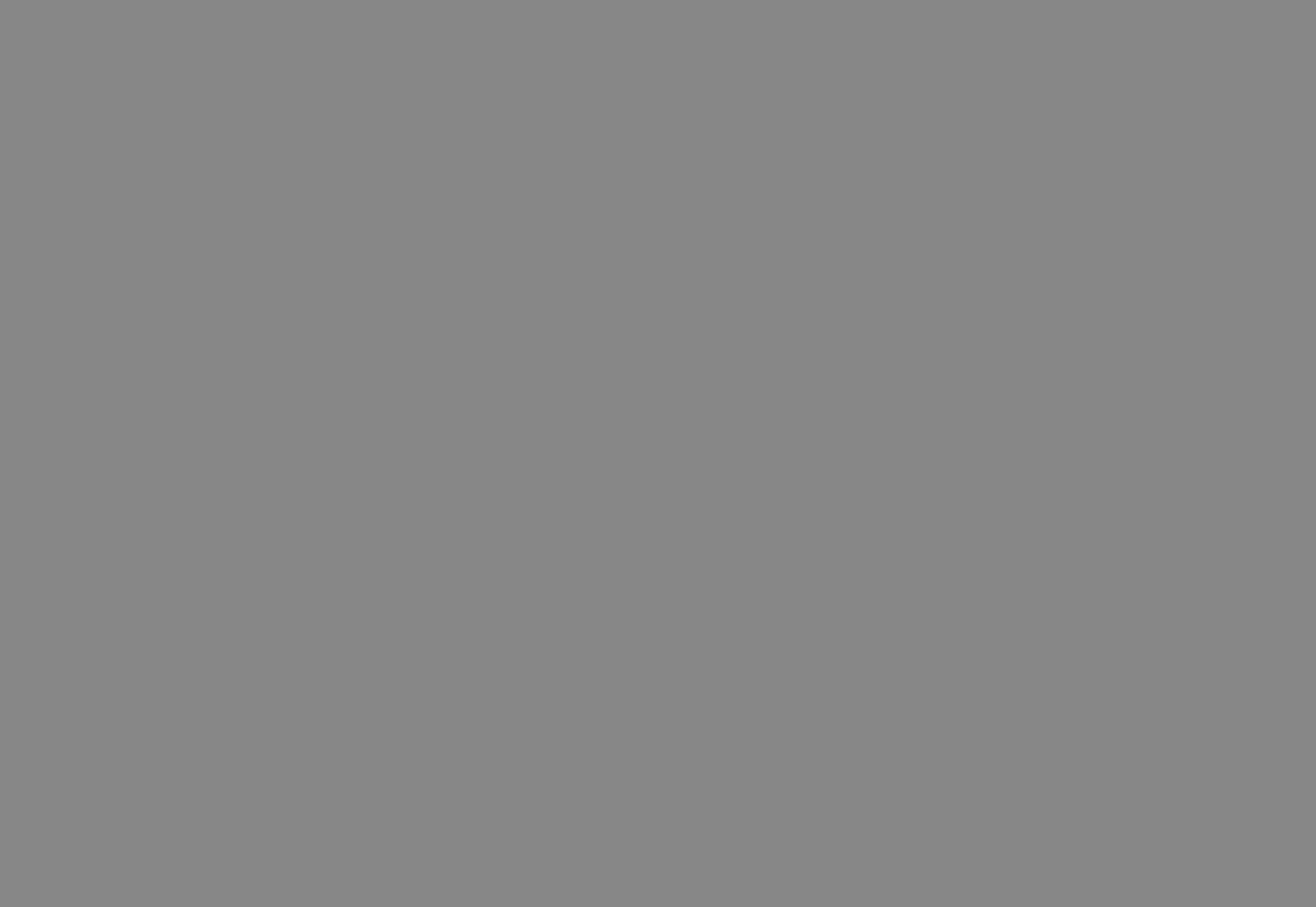 Image resolution: width=1316 pixels, height=907 pixels. I want to click on '(293 KB)', so click(881, 431).